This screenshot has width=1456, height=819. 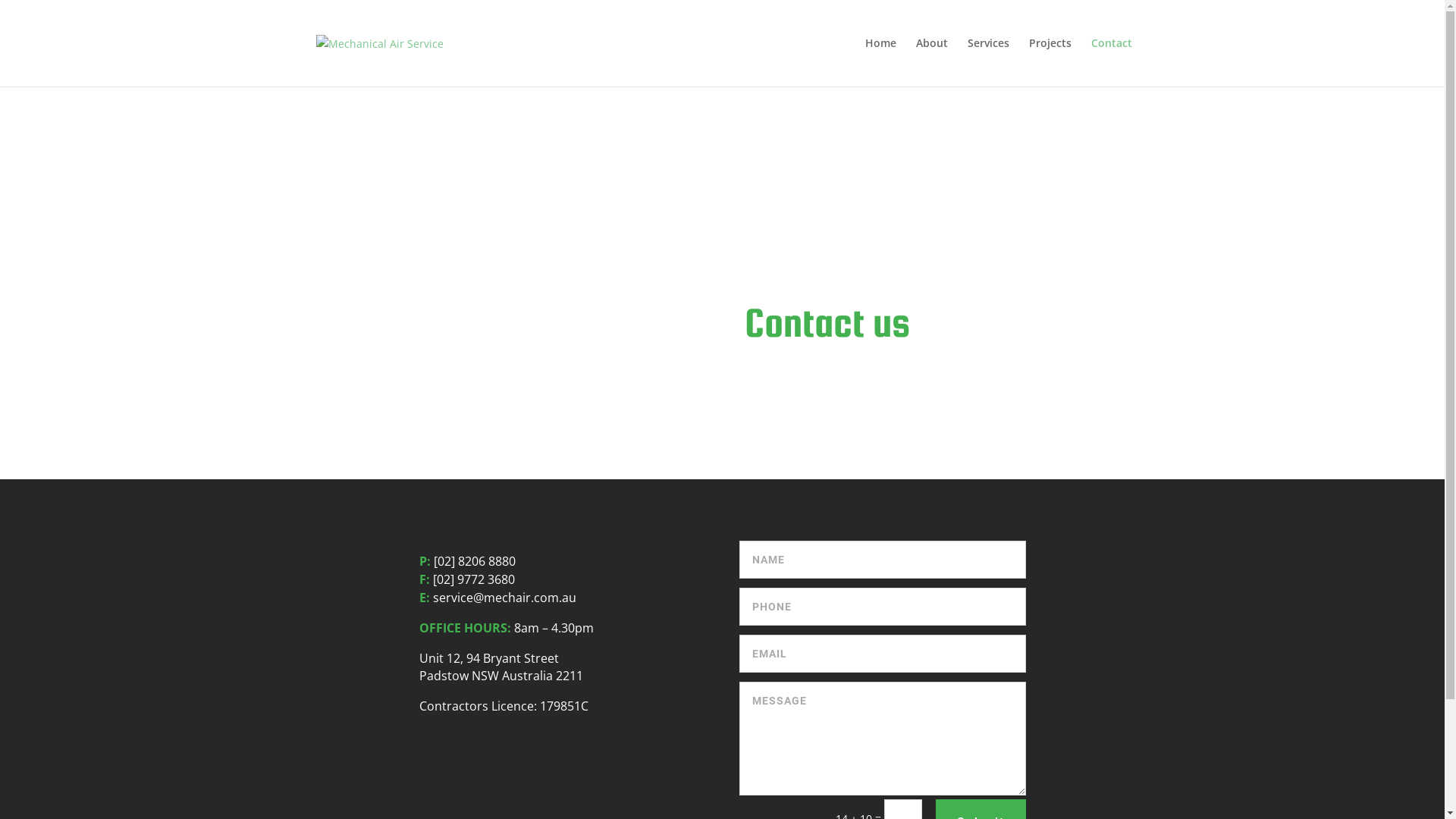 I want to click on 'Home', so click(x=864, y=61).